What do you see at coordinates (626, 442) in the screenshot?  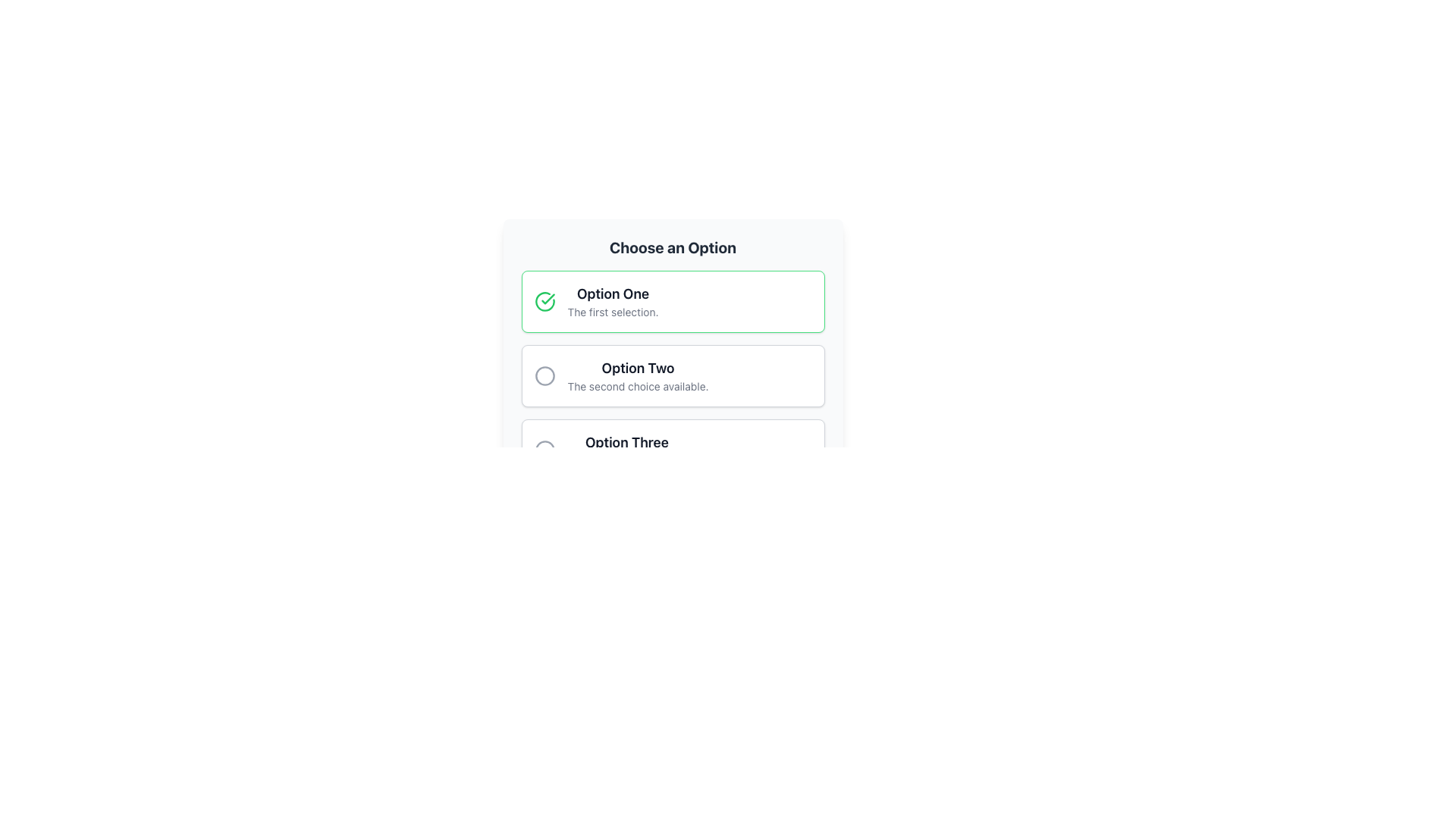 I see `text of the label identifying 'Option Three' in the 'Choose an Option' list` at bounding box center [626, 442].